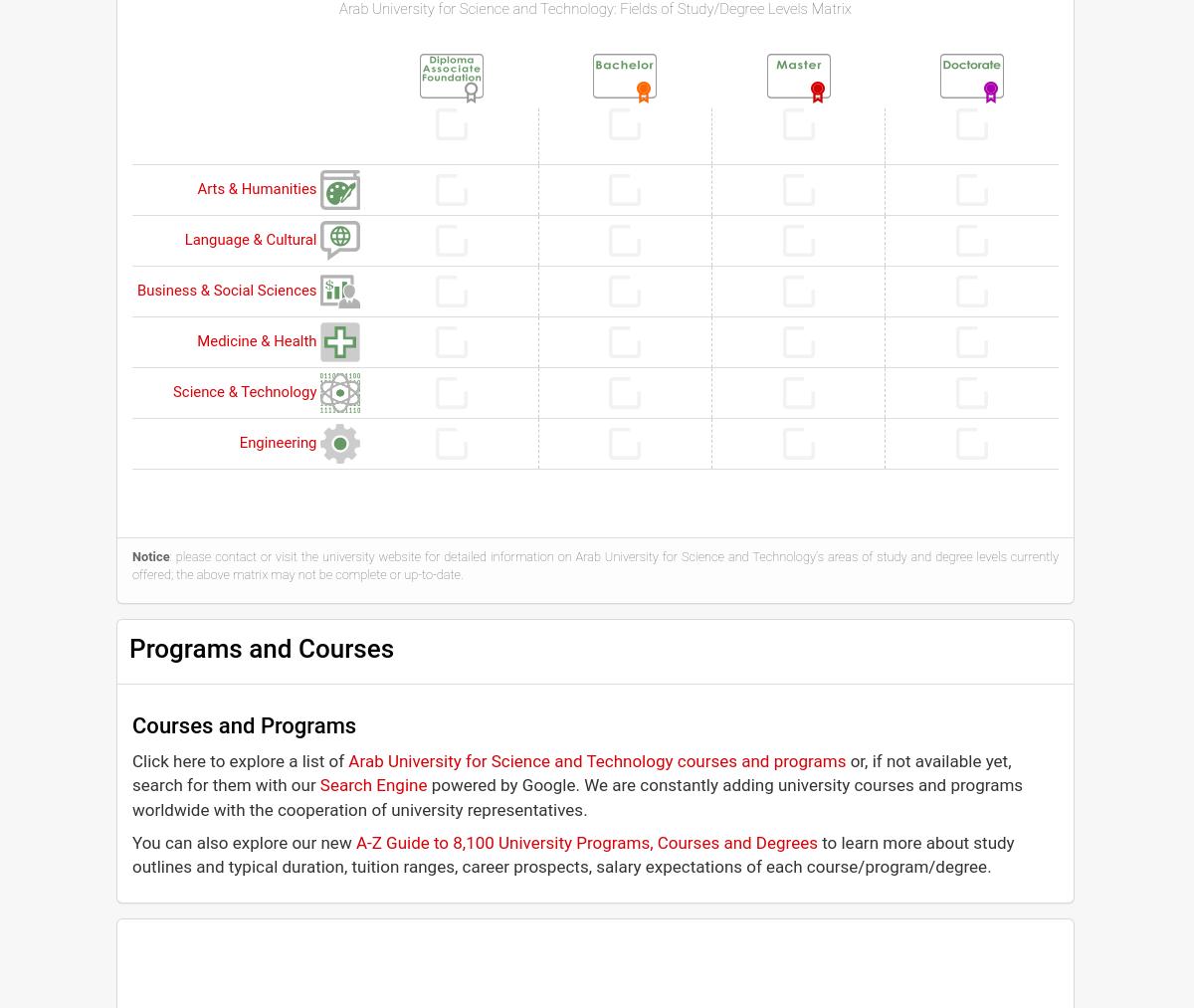 This screenshot has width=1194, height=1008. What do you see at coordinates (149, 555) in the screenshot?
I see `'Notice'` at bounding box center [149, 555].